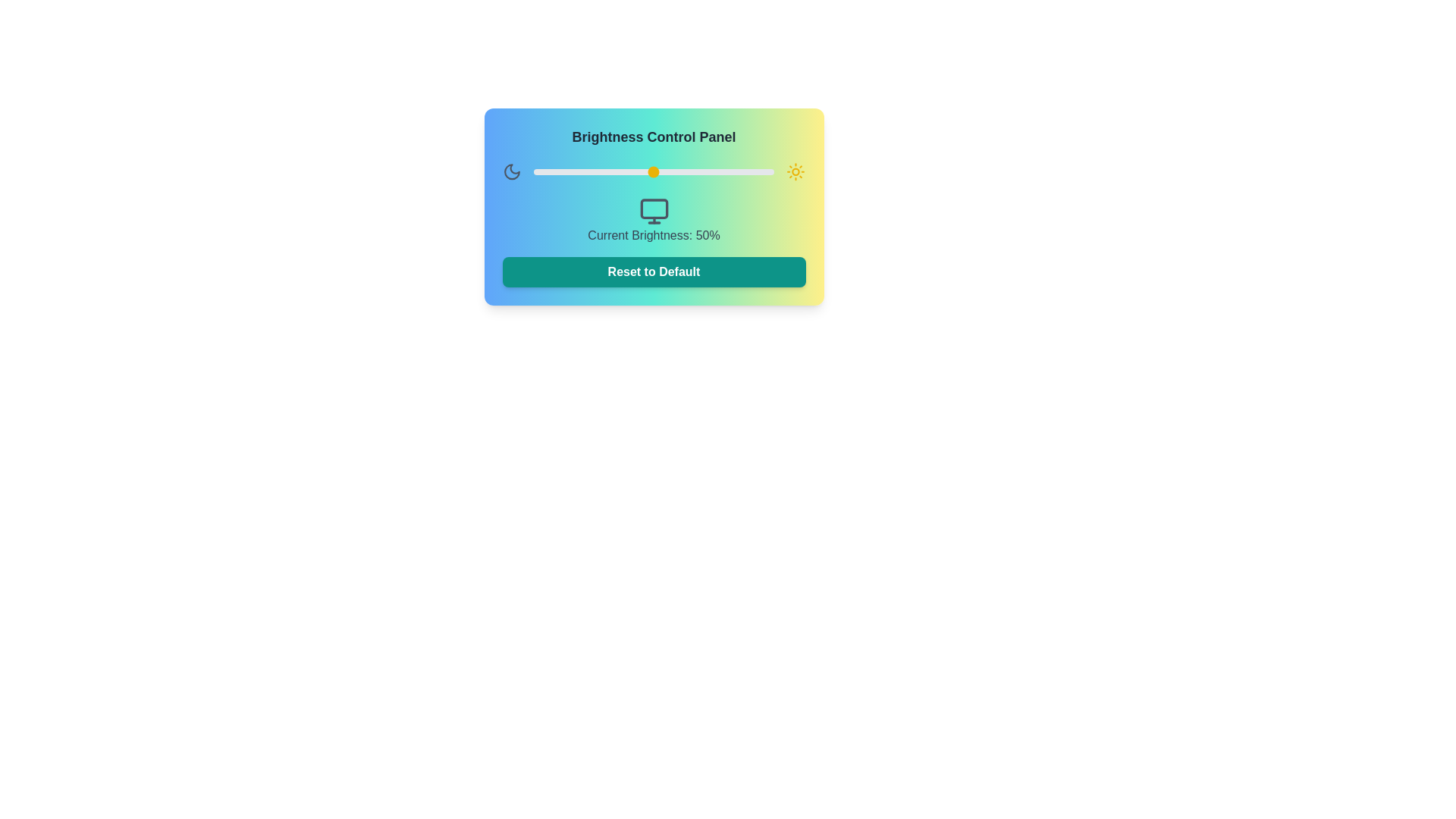 Image resolution: width=1456 pixels, height=819 pixels. I want to click on the brightness level, so click(742, 171).